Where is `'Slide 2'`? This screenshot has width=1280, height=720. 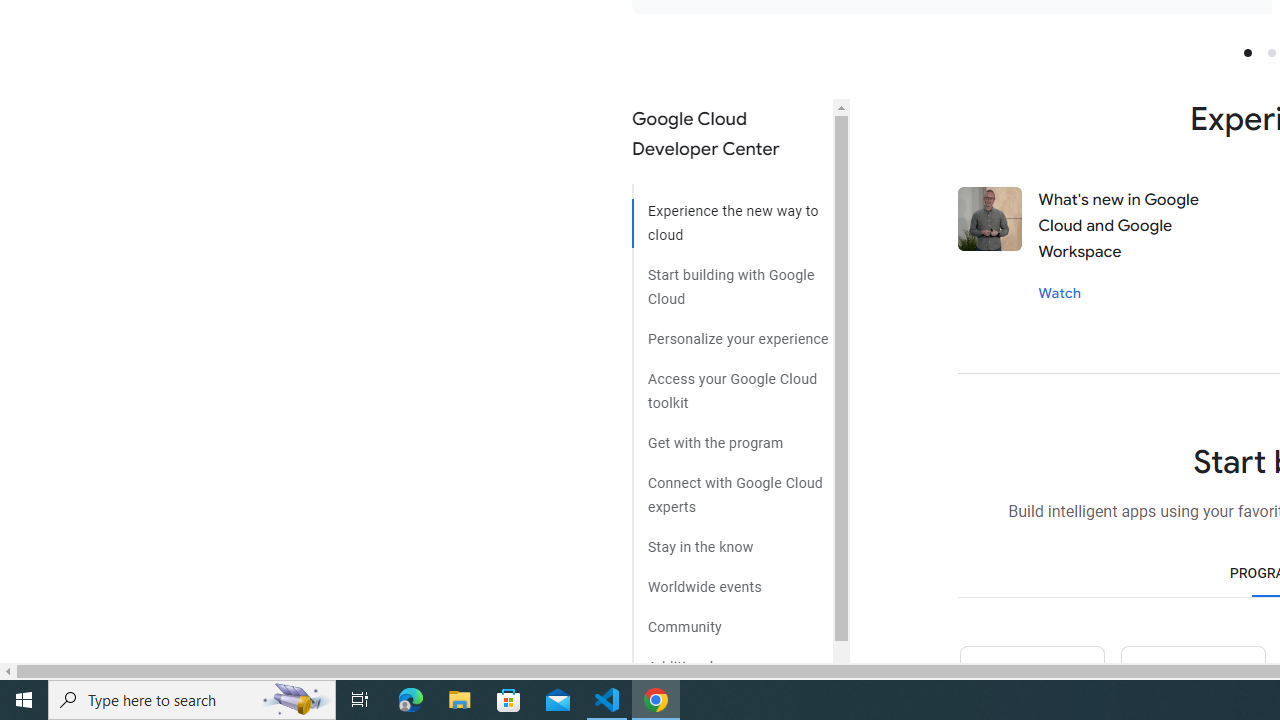
'Slide 2' is located at coordinates (1270, 51).